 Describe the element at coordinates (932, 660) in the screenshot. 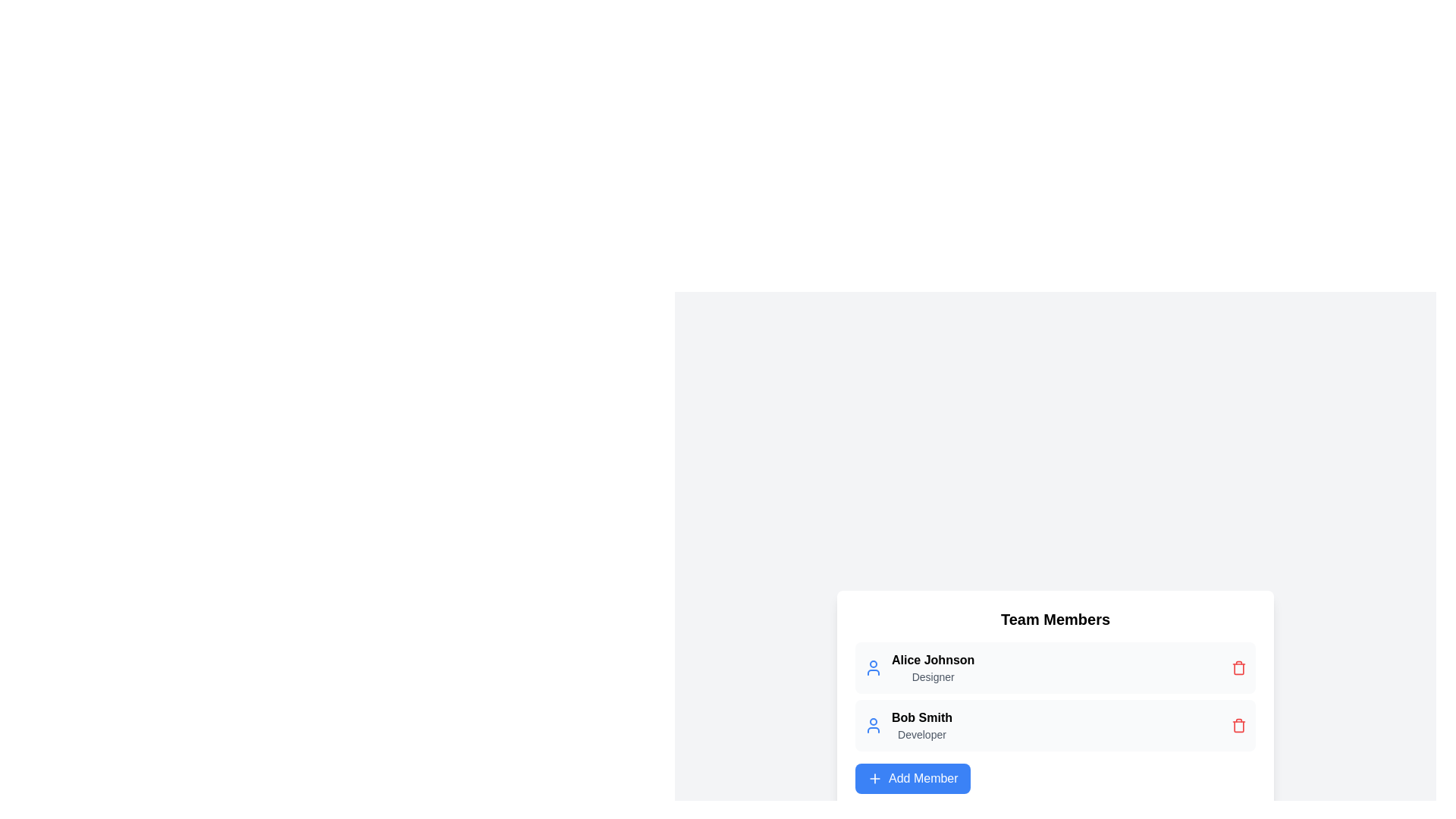

I see `the text label displaying the name 'Alice Johnson' located under the 'Team Members' section` at that location.